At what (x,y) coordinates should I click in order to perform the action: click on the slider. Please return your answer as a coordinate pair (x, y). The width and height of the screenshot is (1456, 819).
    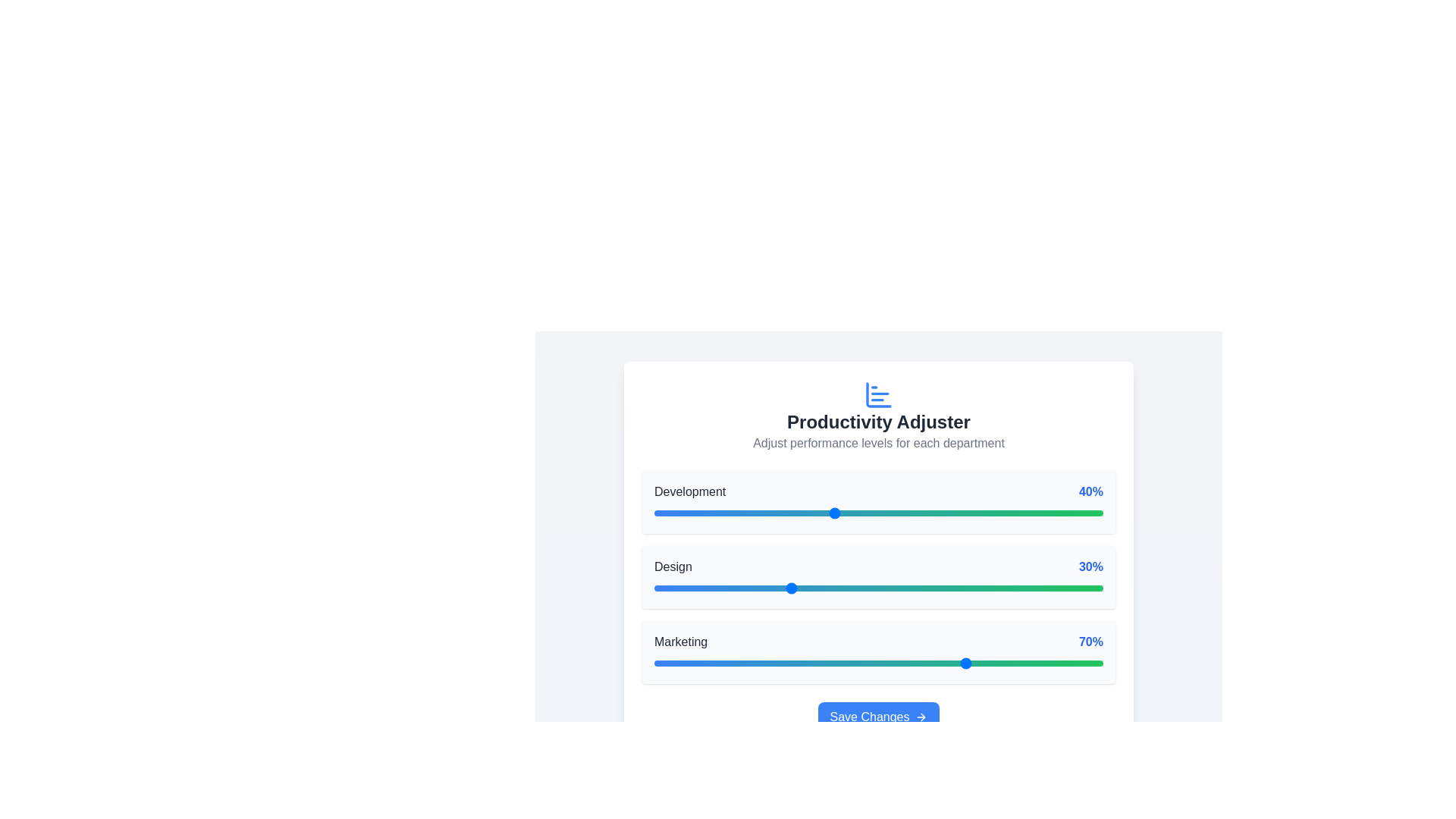
    Looking at the image, I should click on (824, 587).